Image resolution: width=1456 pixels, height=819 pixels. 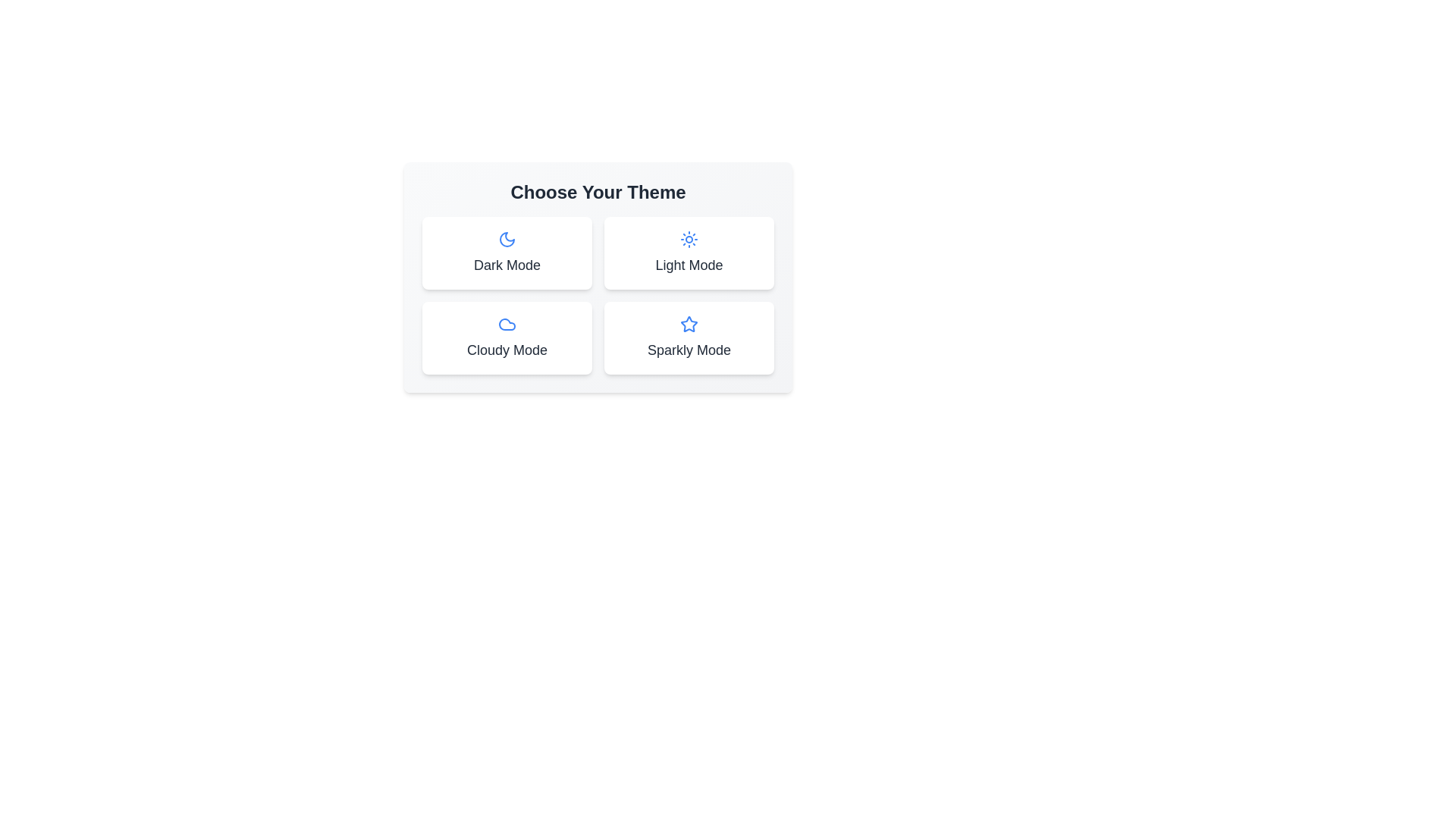 I want to click on the 'Cloudy Mode' text label, which is displayed in a medium-sized, bold, gray font, located in the lower-left quadrant of the theme selection interface, so click(x=507, y=350).